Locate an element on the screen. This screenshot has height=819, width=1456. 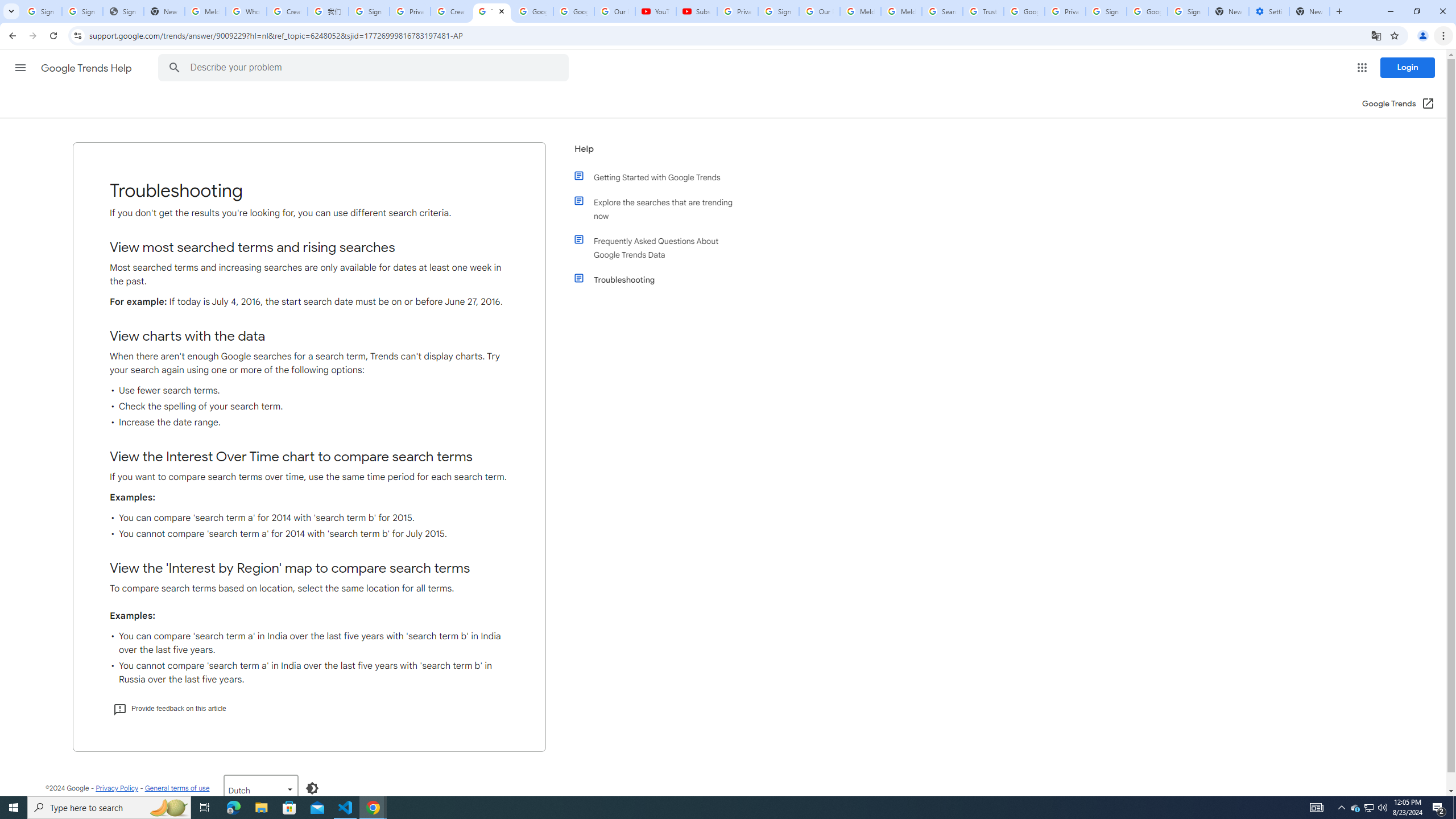
'Provide feedback on this article' is located at coordinates (169, 708).